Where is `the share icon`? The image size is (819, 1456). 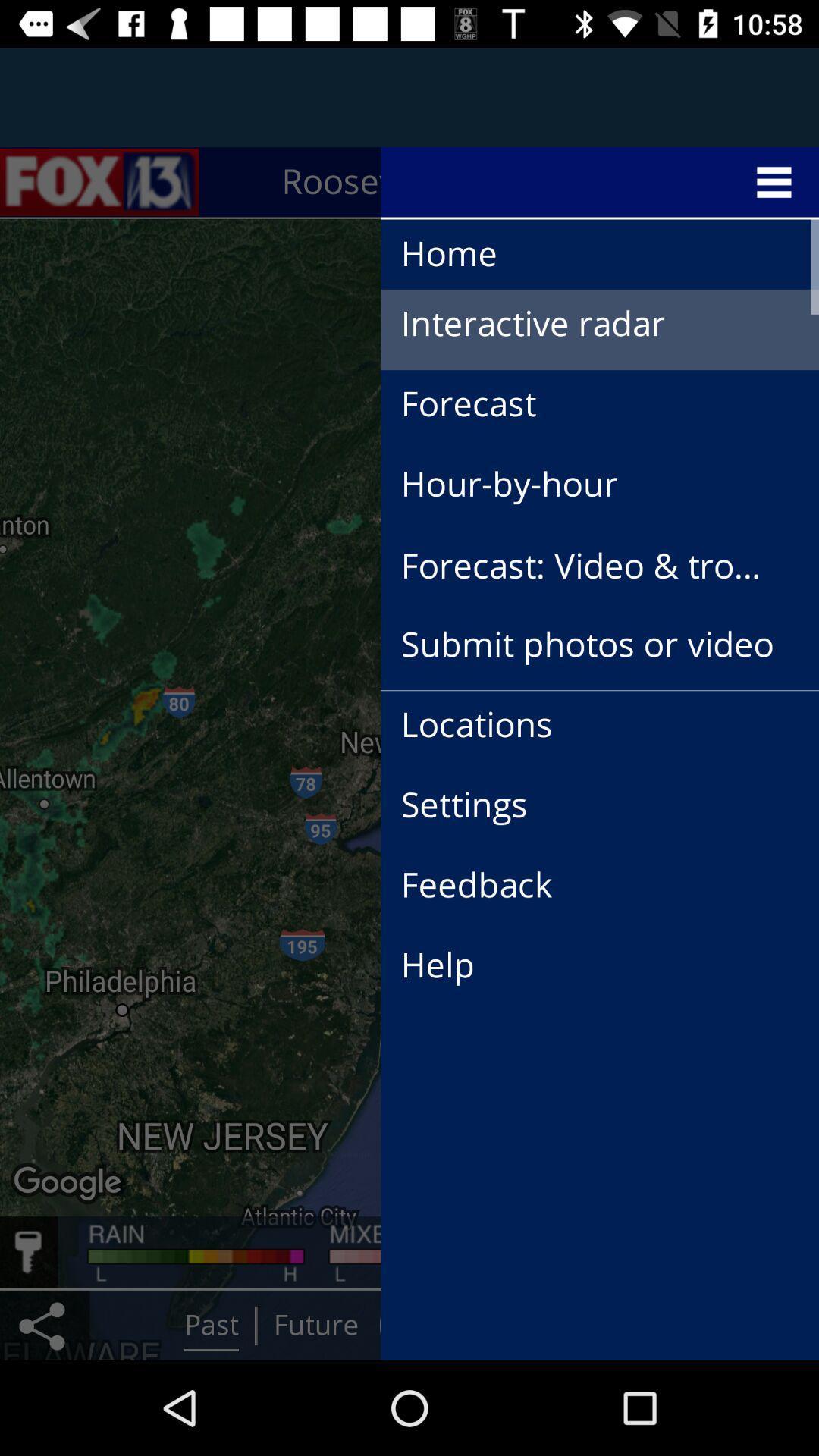
the share icon is located at coordinates (44, 1324).